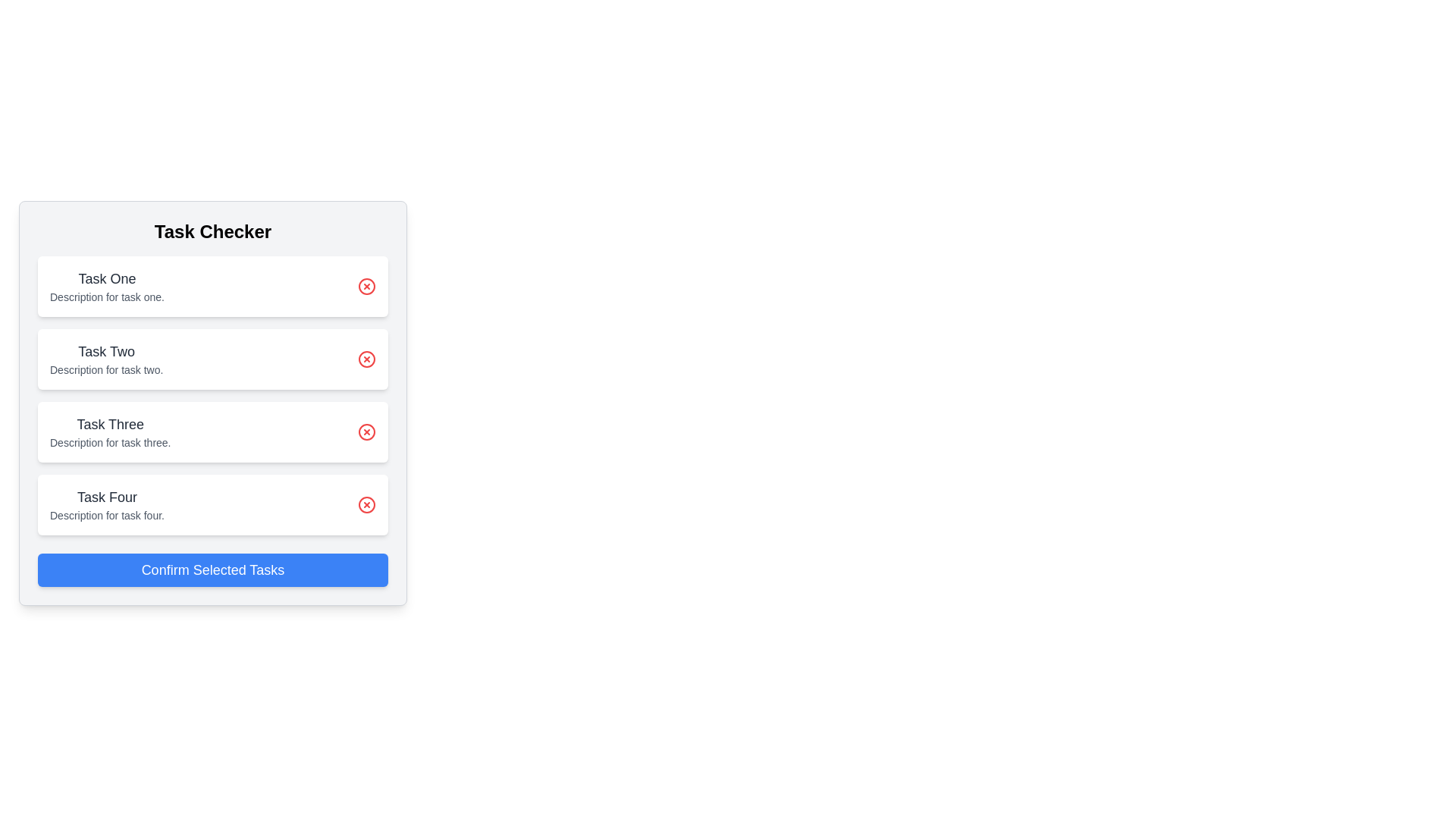  What do you see at coordinates (212, 231) in the screenshot?
I see `the 'Task Checker' label` at bounding box center [212, 231].